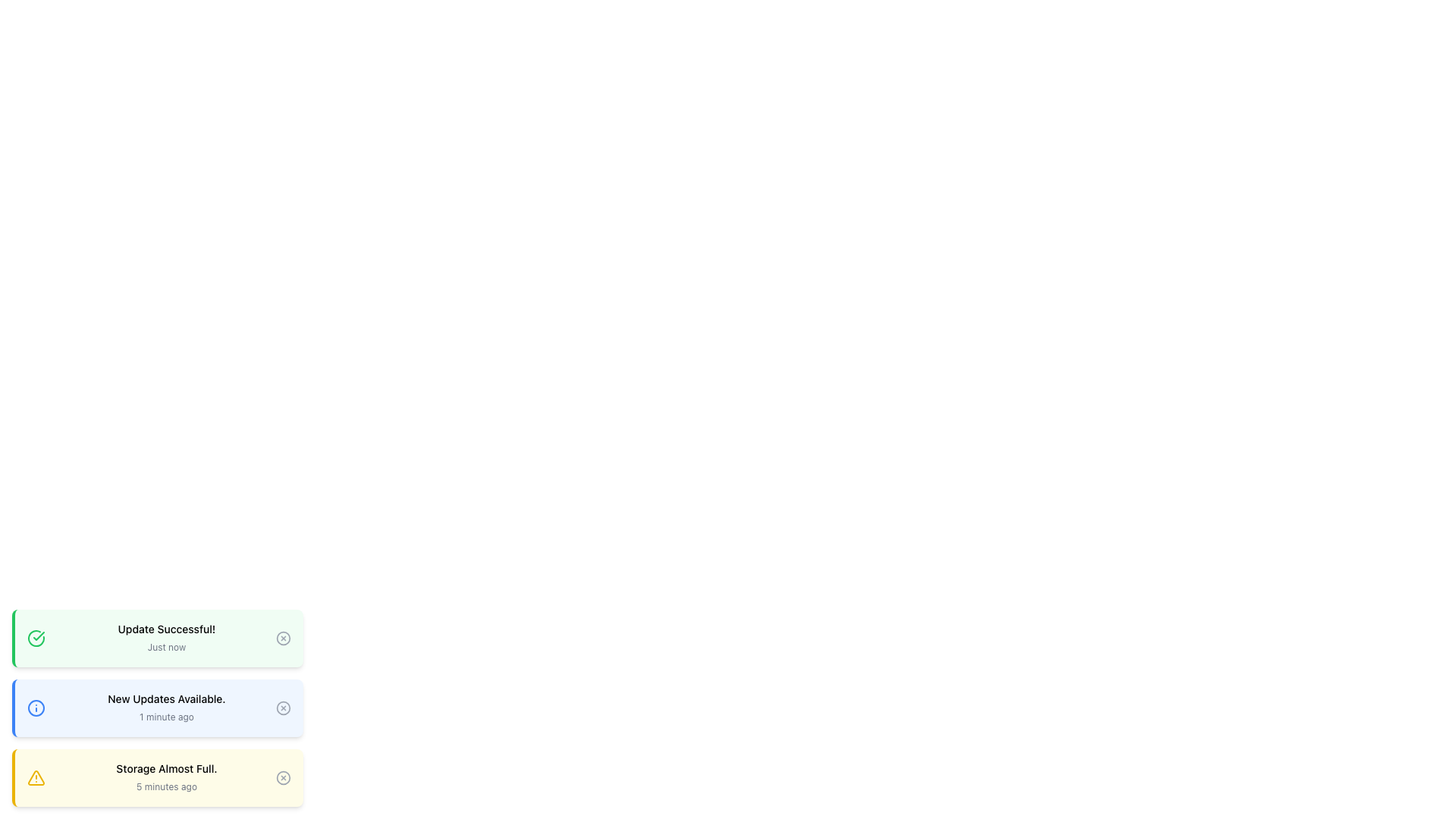 The width and height of the screenshot is (1456, 819). What do you see at coordinates (167, 647) in the screenshot?
I see `the text label displaying 'Just now' located below the title 'Update Successful!' in the first notification card` at bounding box center [167, 647].